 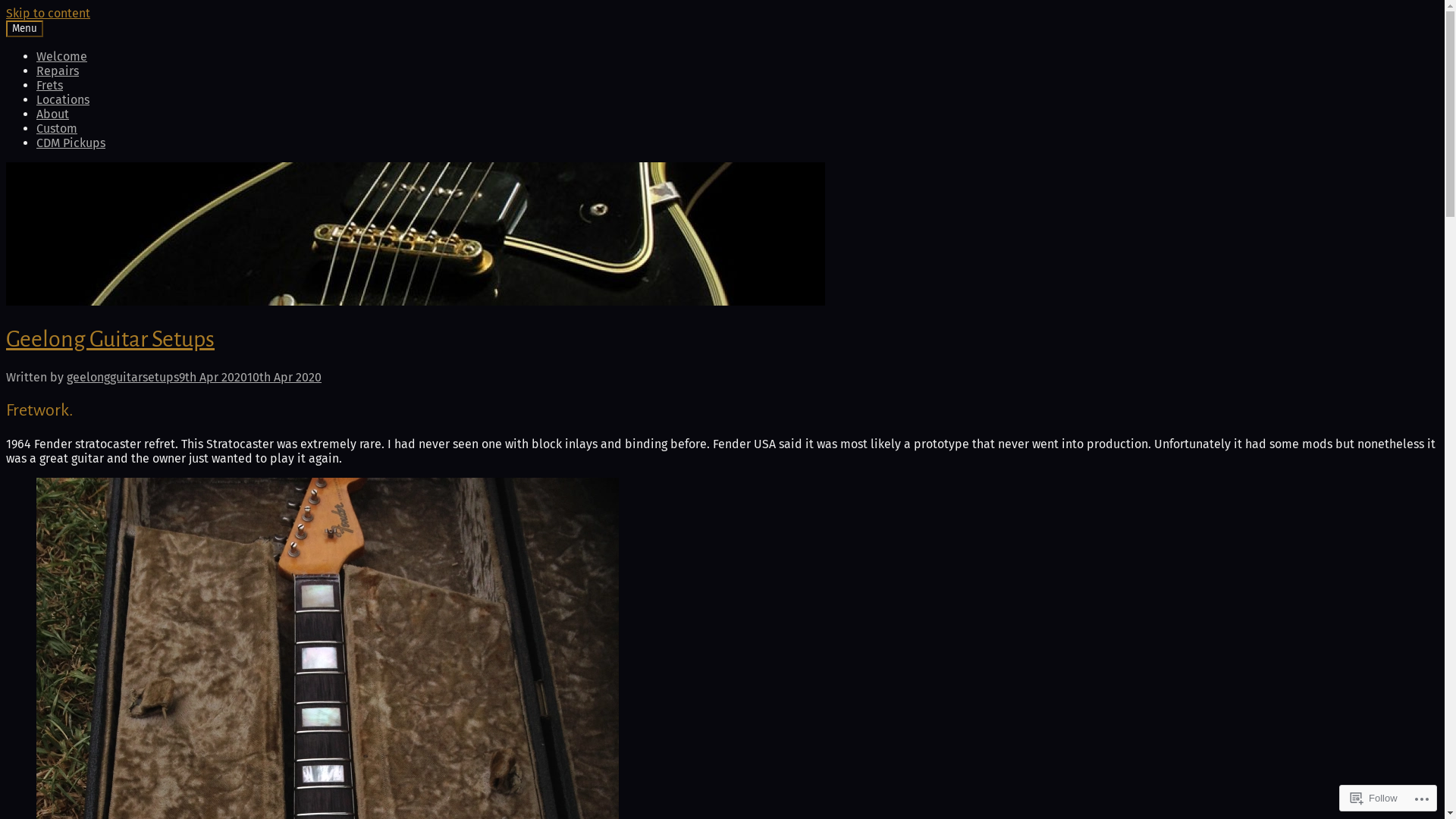 I want to click on 'Follow', so click(x=1374, y=797).